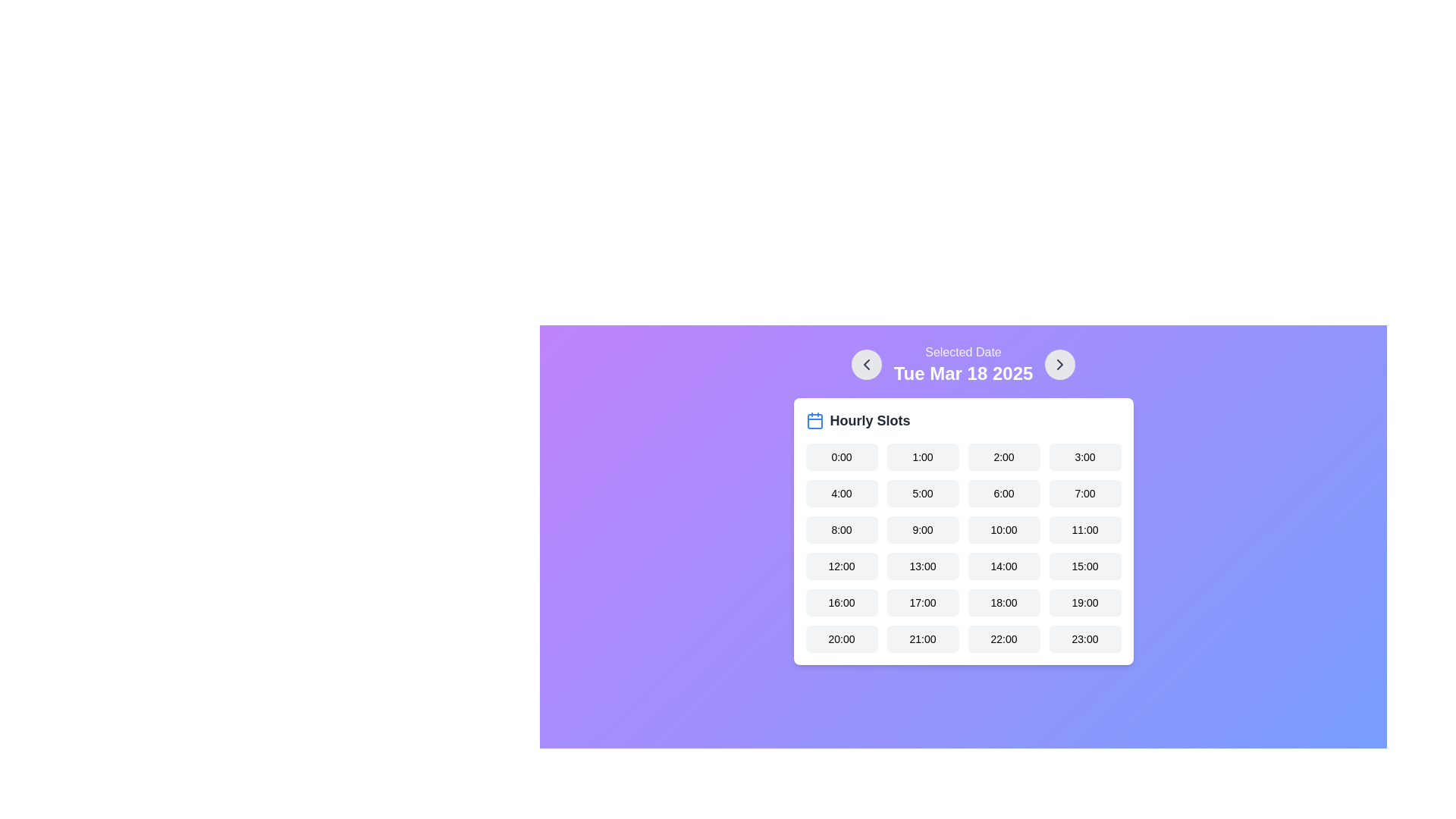 The width and height of the screenshot is (1456, 819). What do you see at coordinates (840, 566) in the screenshot?
I see `the rectangular button labeled '12:00' located in the fourth row and first column of the hourly time slots grid` at bounding box center [840, 566].